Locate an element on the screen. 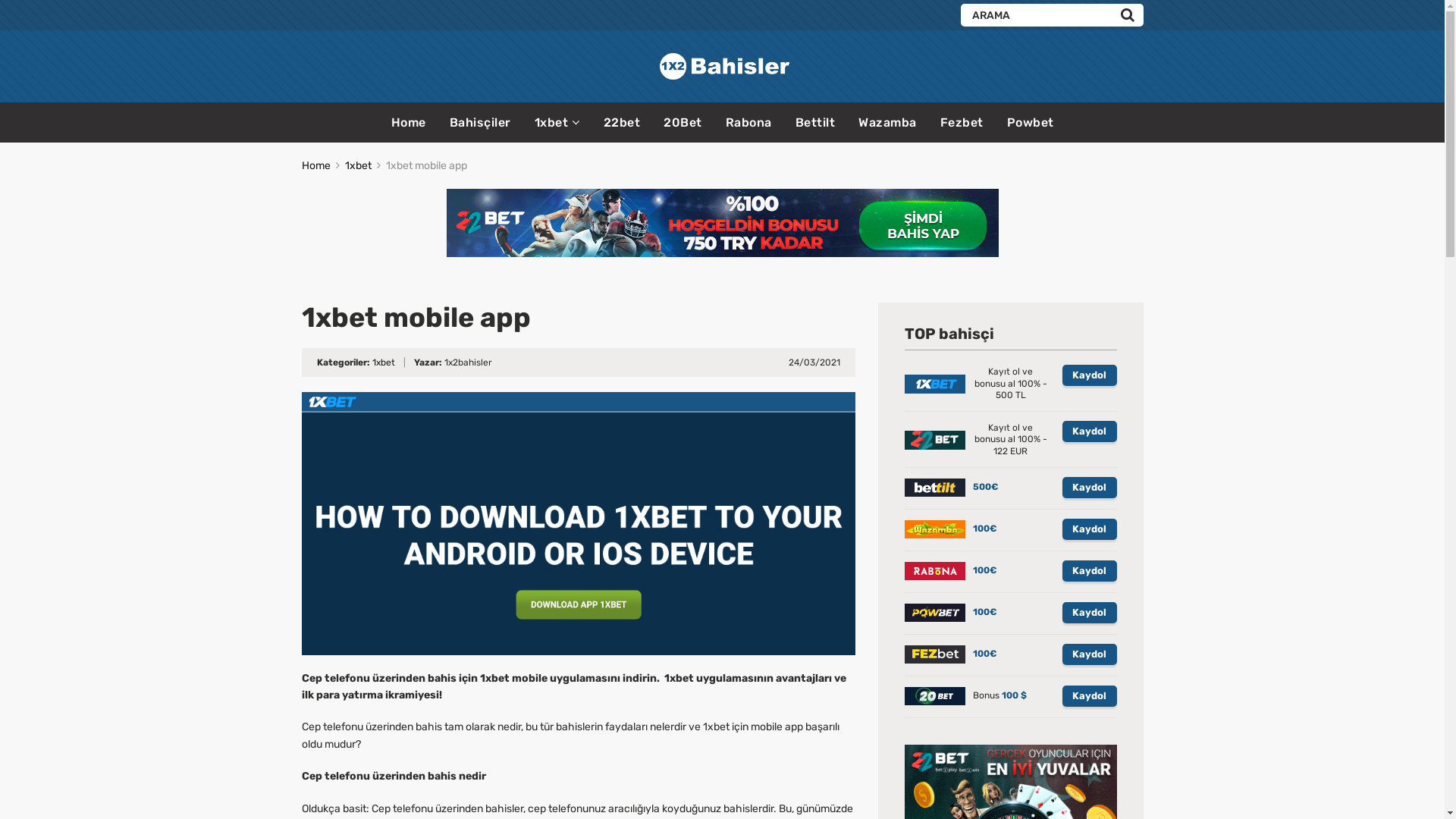  'Kaydol' is located at coordinates (1087, 488).